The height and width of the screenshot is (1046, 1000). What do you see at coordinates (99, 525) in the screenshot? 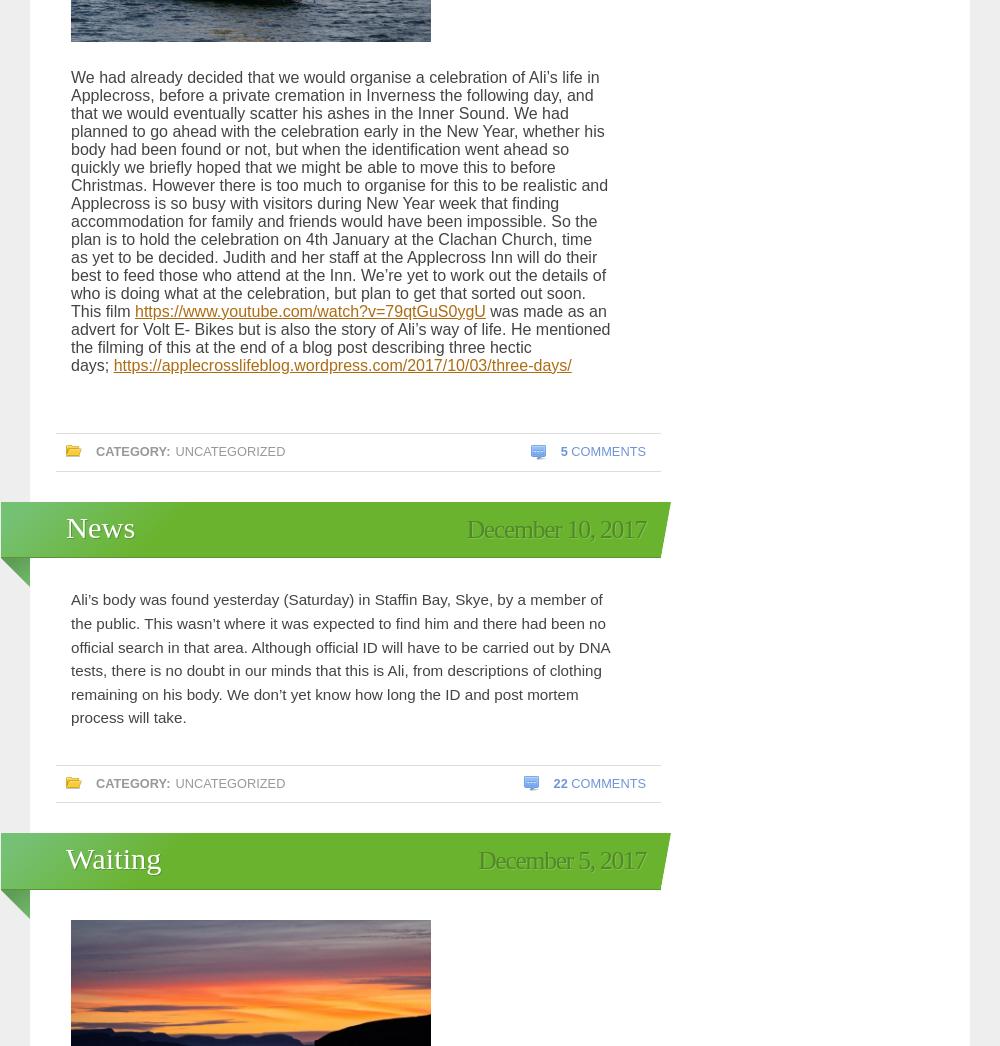
I see `'News'` at bounding box center [99, 525].